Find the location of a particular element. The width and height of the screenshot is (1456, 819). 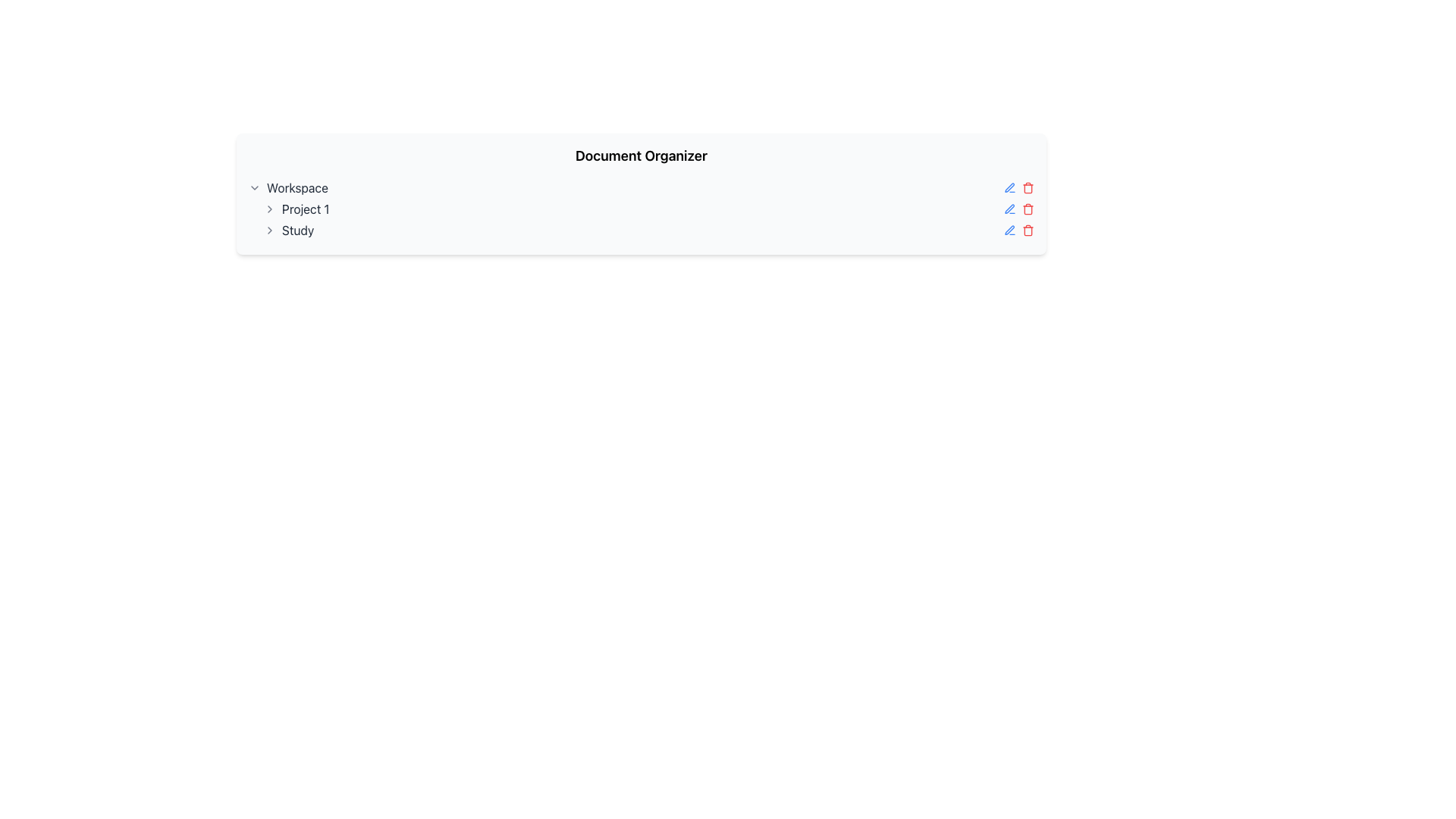

the pen icon styled with a blue outline located at the top-right corner of the list item for editing is located at coordinates (1009, 209).